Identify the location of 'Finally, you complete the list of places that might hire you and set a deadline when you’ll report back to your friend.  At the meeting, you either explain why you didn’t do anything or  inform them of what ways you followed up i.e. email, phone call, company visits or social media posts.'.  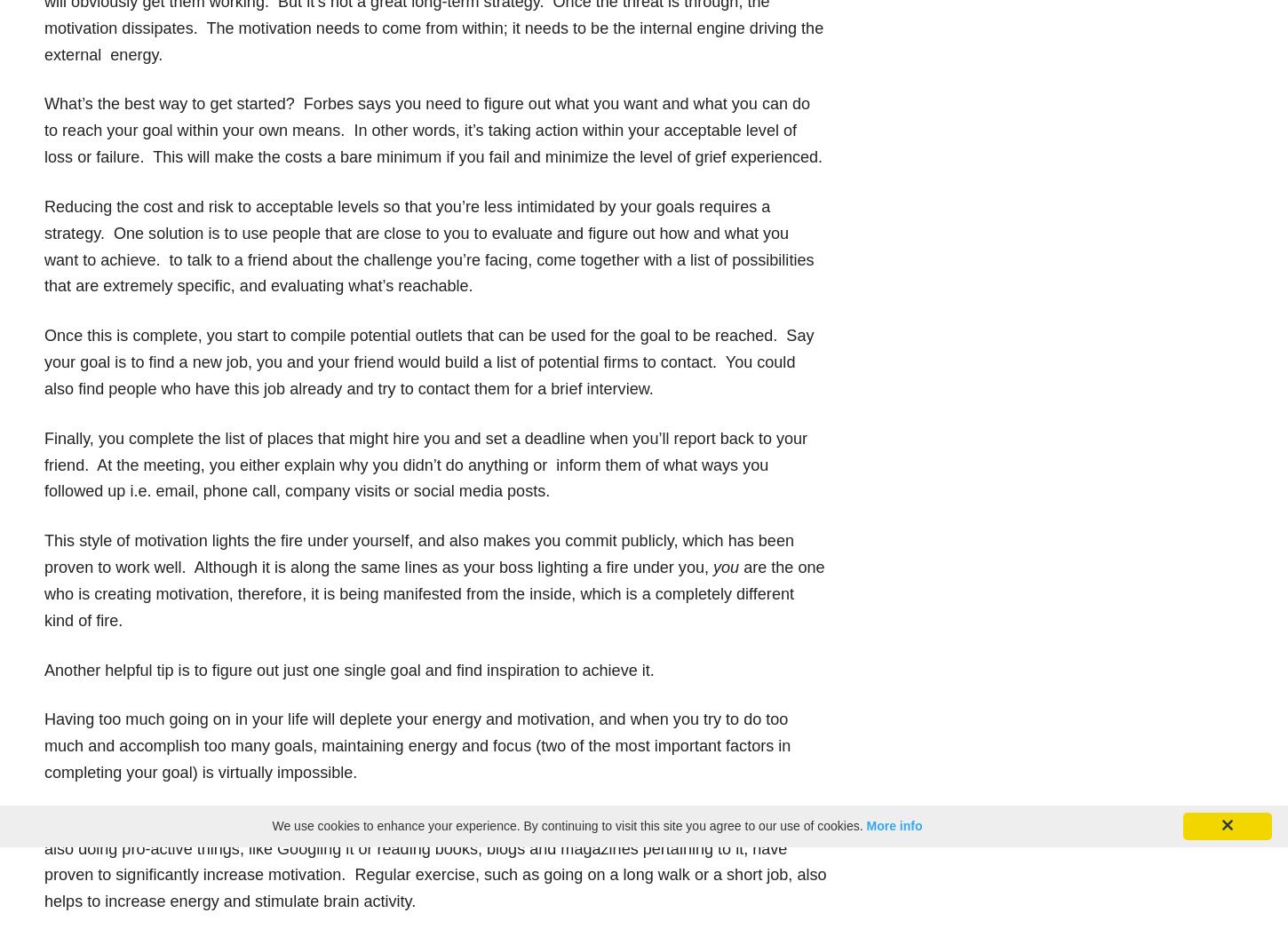
(425, 464).